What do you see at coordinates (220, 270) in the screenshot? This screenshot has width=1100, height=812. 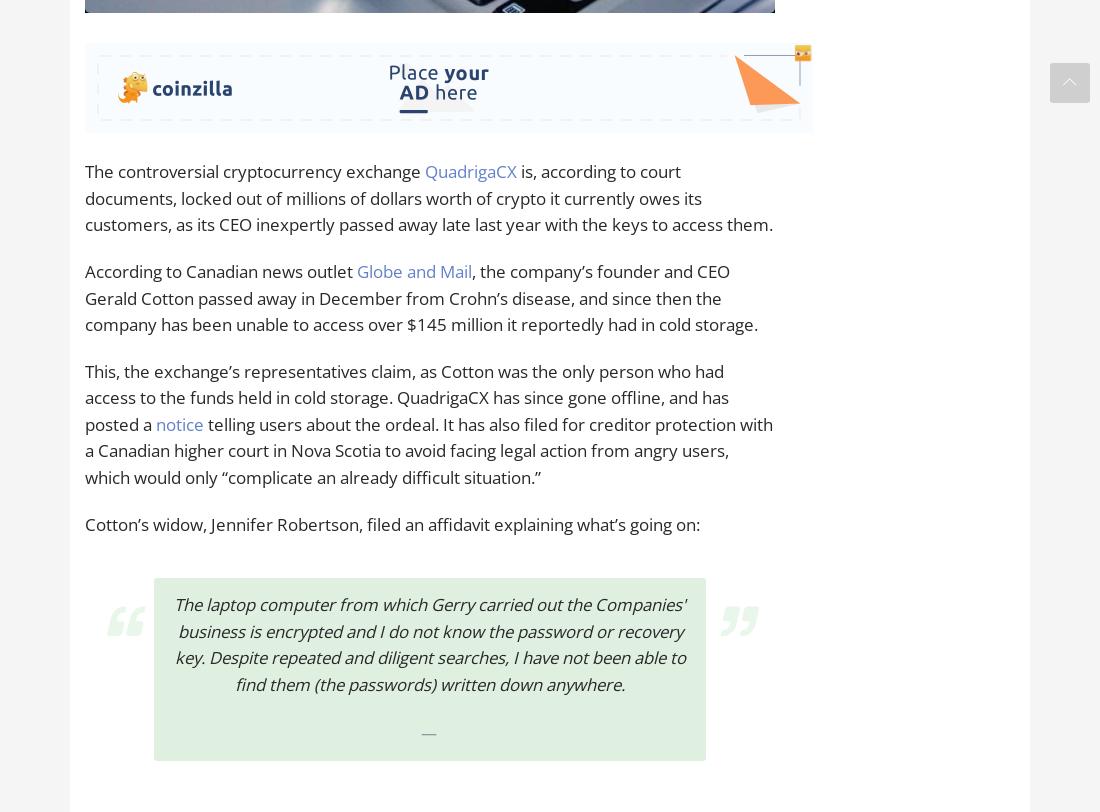 I see `'According to Canadian news outlet'` at bounding box center [220, 270].